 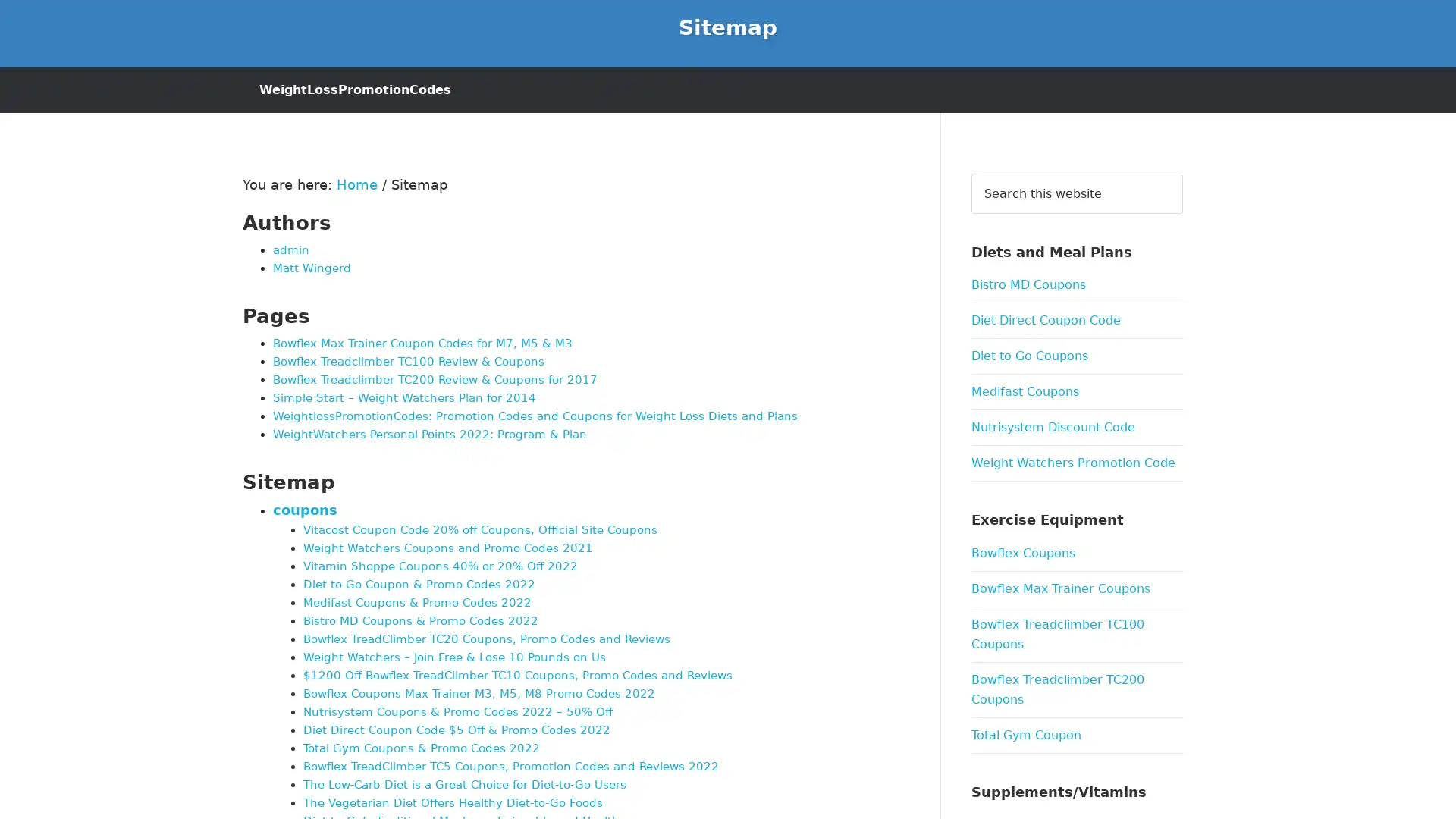 I want to click on Search, so click(x=1181, y=171).